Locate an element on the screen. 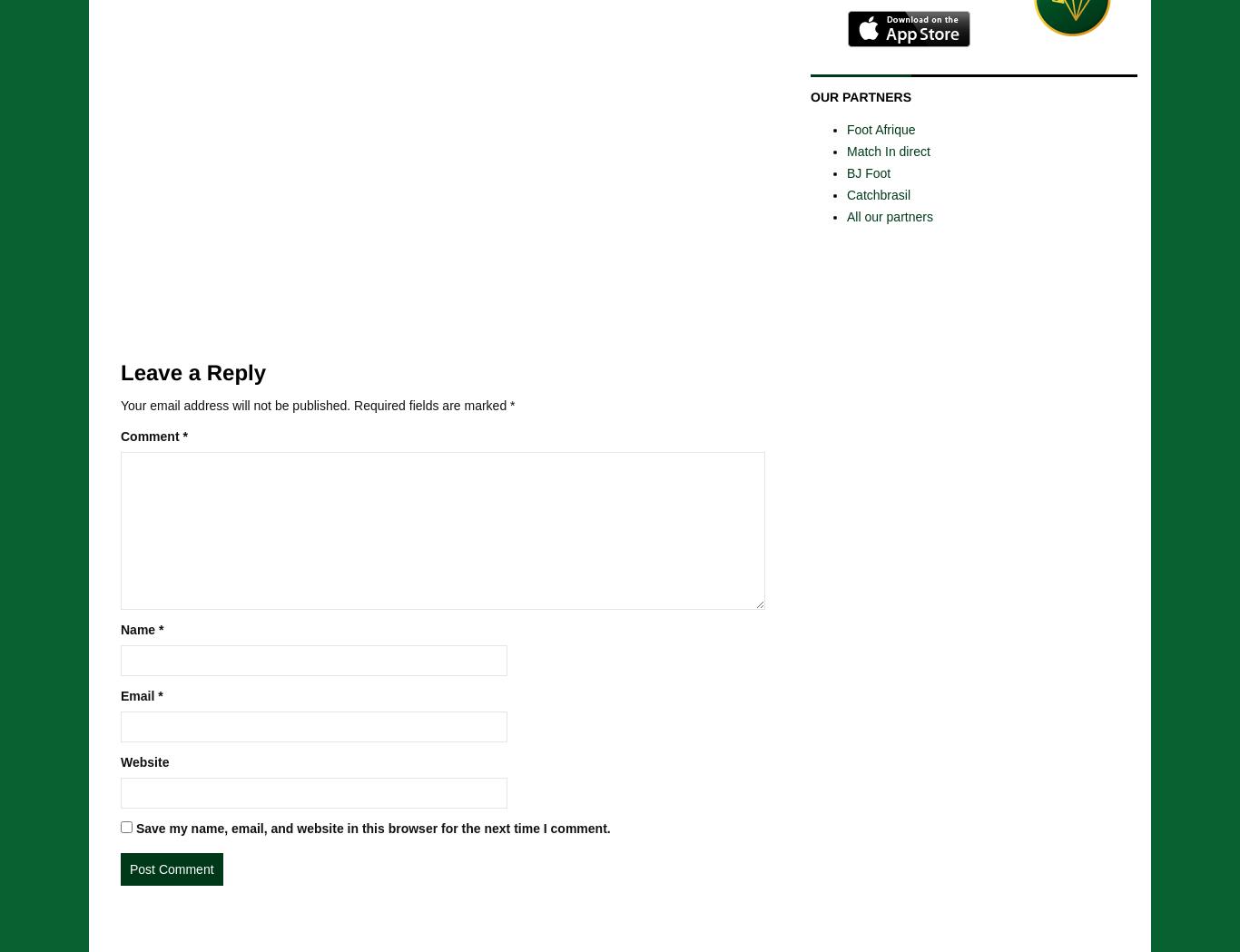  'All our partners' is located at coordinates (889, 216).